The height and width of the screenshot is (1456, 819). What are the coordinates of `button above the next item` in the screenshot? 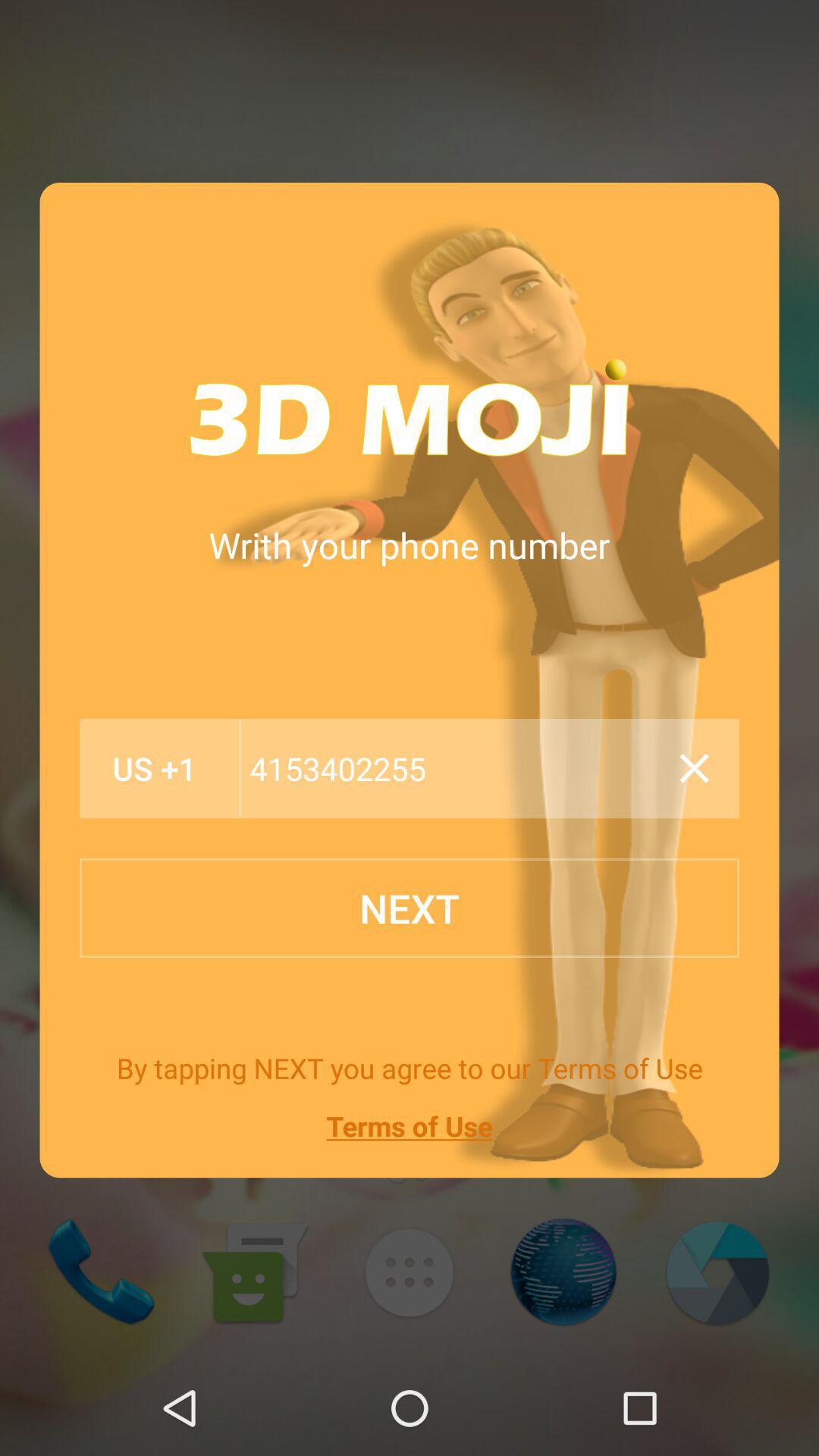 It's located at (453, 768).